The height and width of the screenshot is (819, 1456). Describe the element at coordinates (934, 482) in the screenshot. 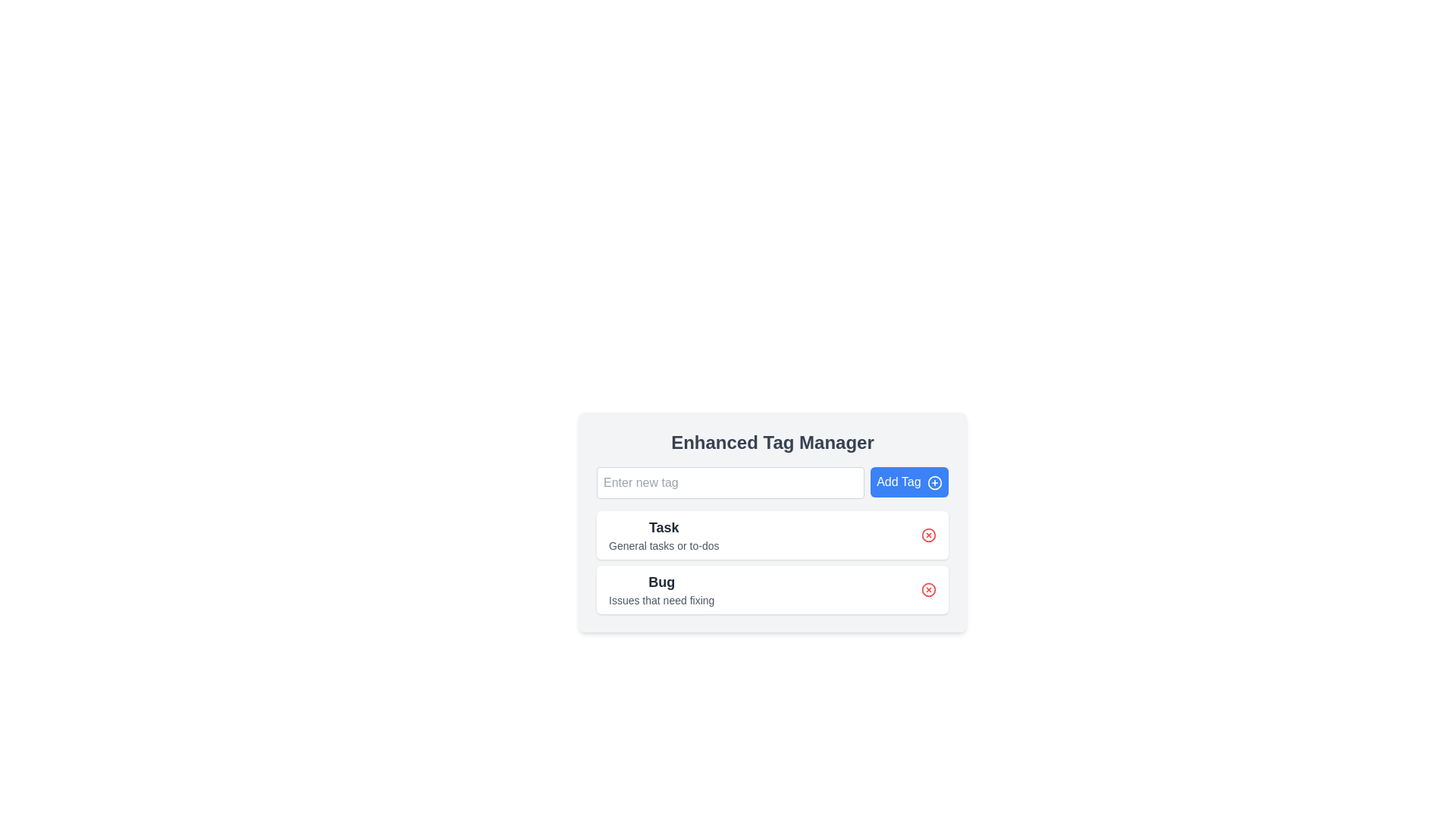

I see `the circular component of the '+' icon that symbolizes the ability to add or create a new tag, located at the right side of the 'Add Tag' button in the Enhanced Tag Manager interface` at that location.